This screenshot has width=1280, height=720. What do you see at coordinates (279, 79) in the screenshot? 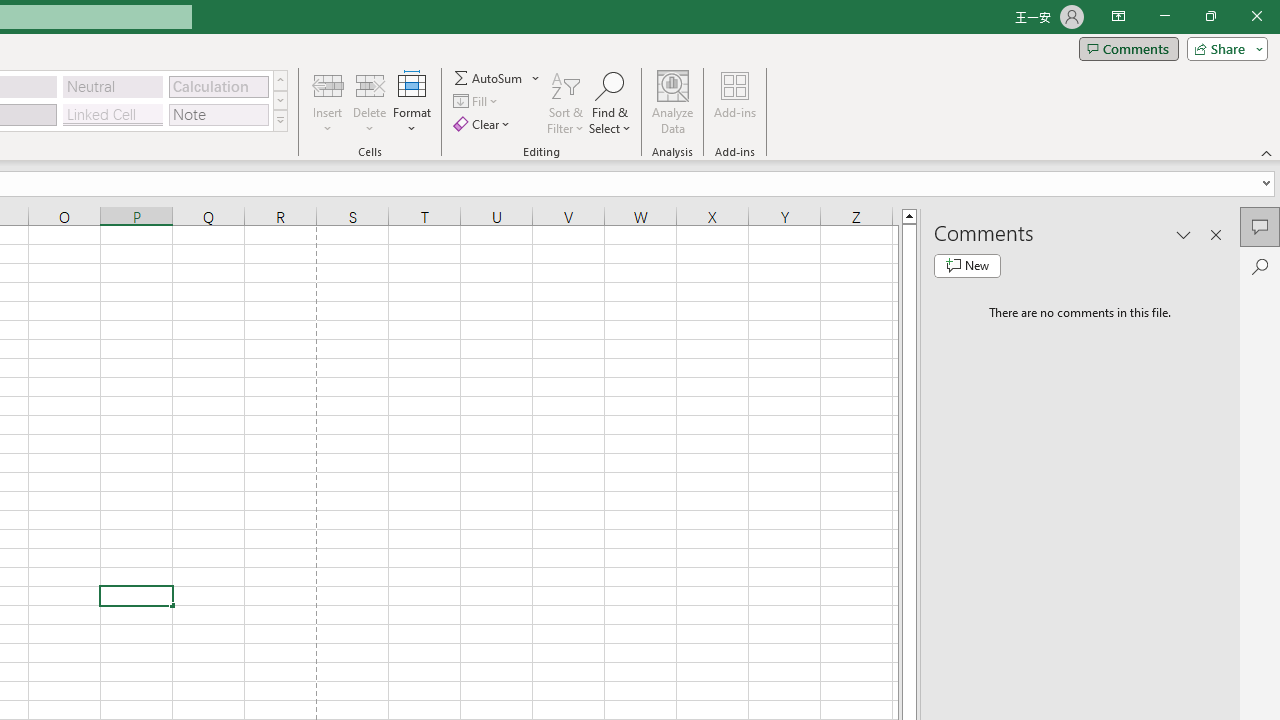
I see `'Row up'` at bounding box center [279, 79].